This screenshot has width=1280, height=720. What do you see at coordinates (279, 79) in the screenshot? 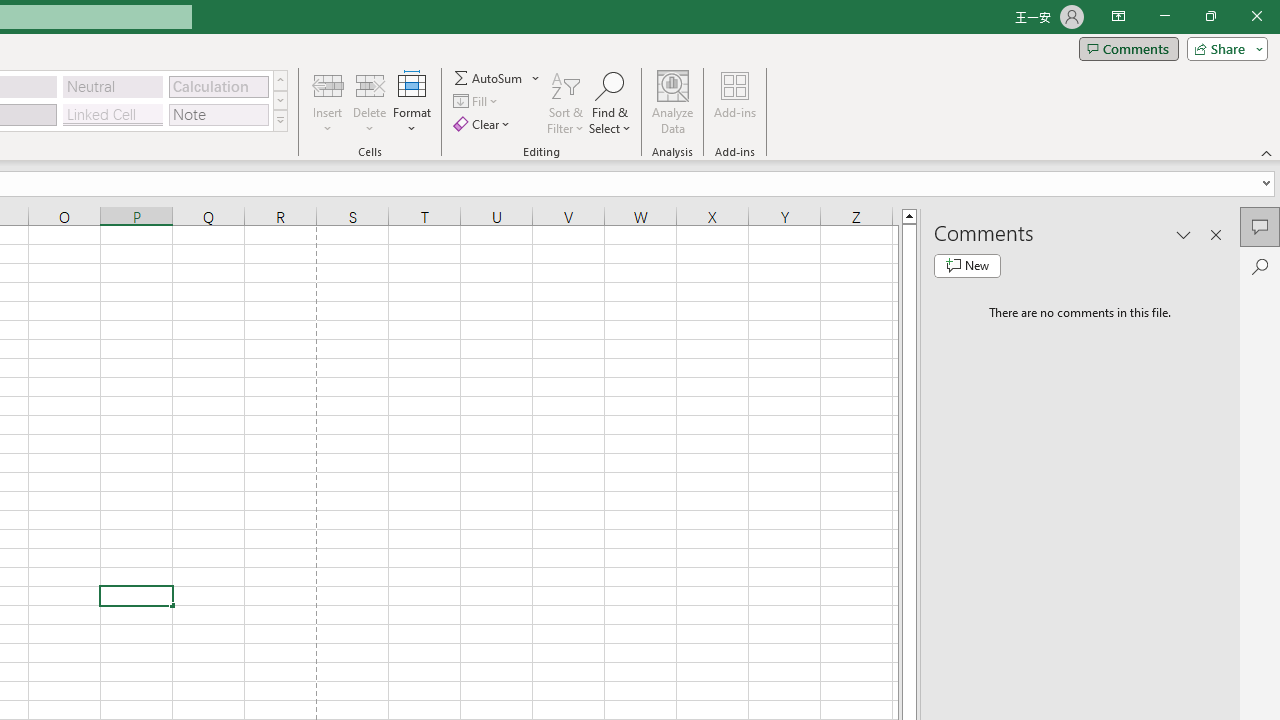
I see `'Row up'` at bounding box center [279, 79].